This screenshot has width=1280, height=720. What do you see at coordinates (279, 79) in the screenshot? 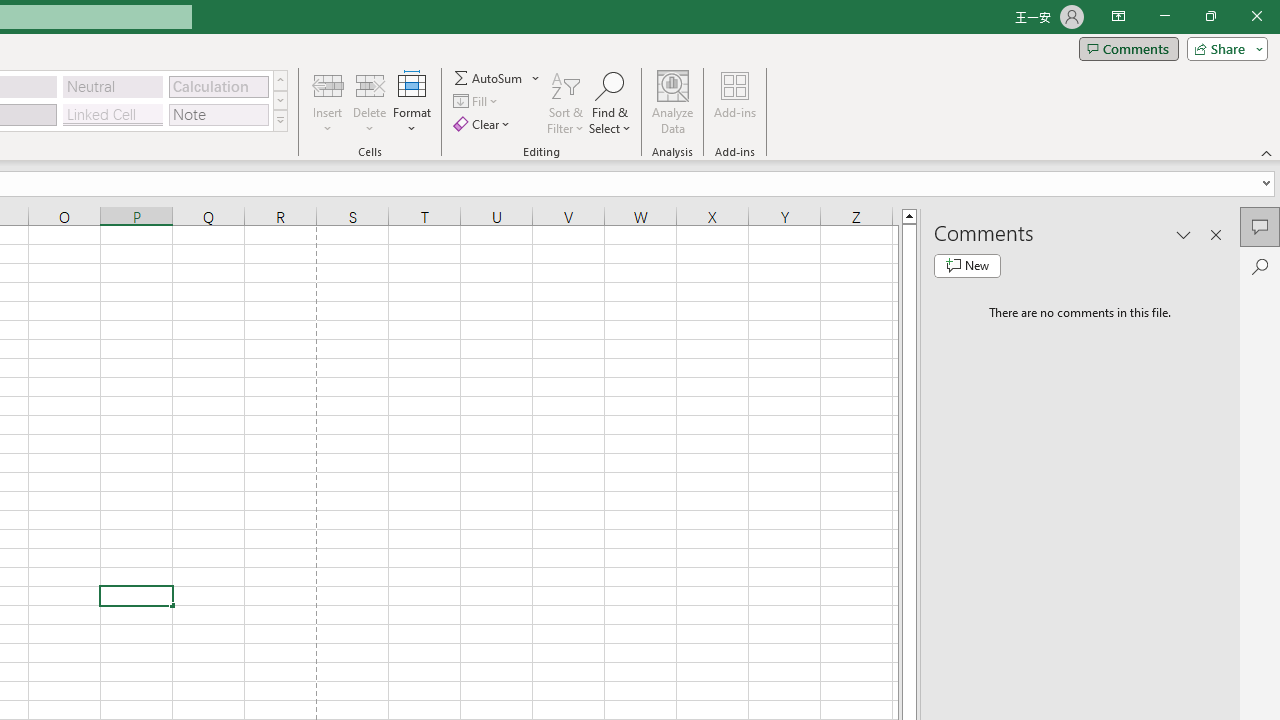
I see `'Row up'` at bounding box center [279, 79].